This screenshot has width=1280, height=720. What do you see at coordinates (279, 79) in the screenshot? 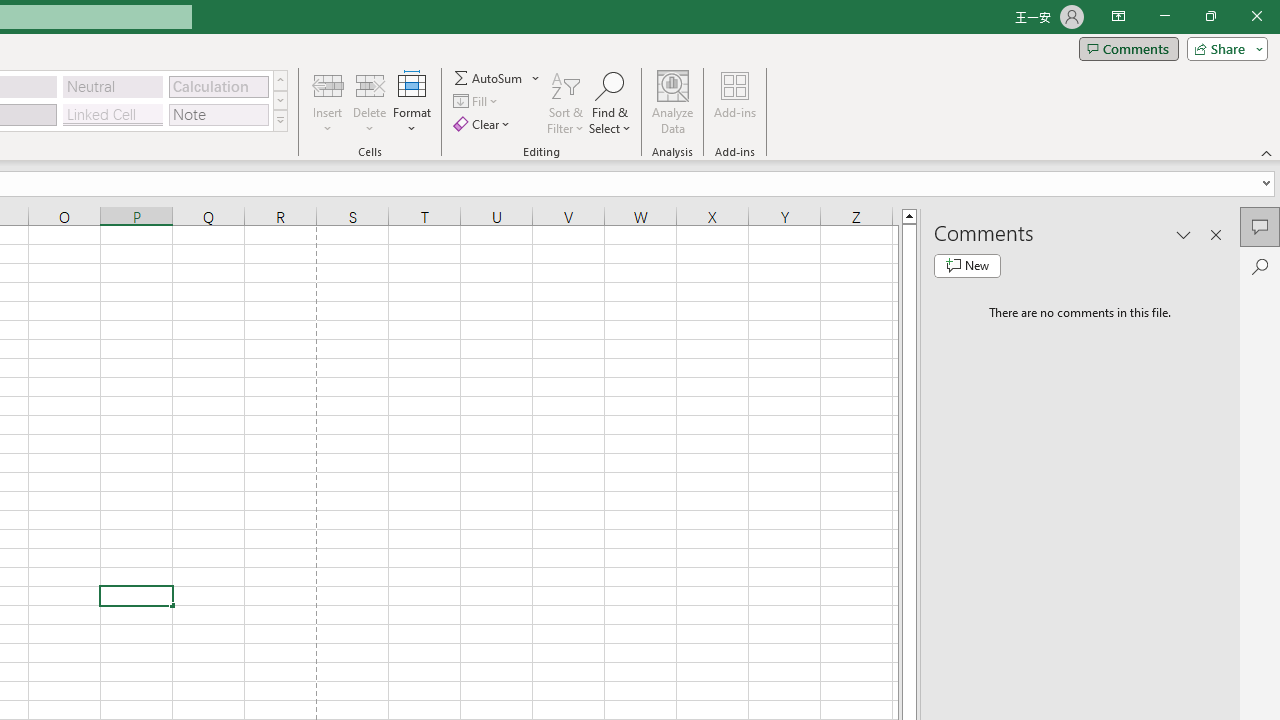
I see `'Row up'` at bounding box center [279, 79].